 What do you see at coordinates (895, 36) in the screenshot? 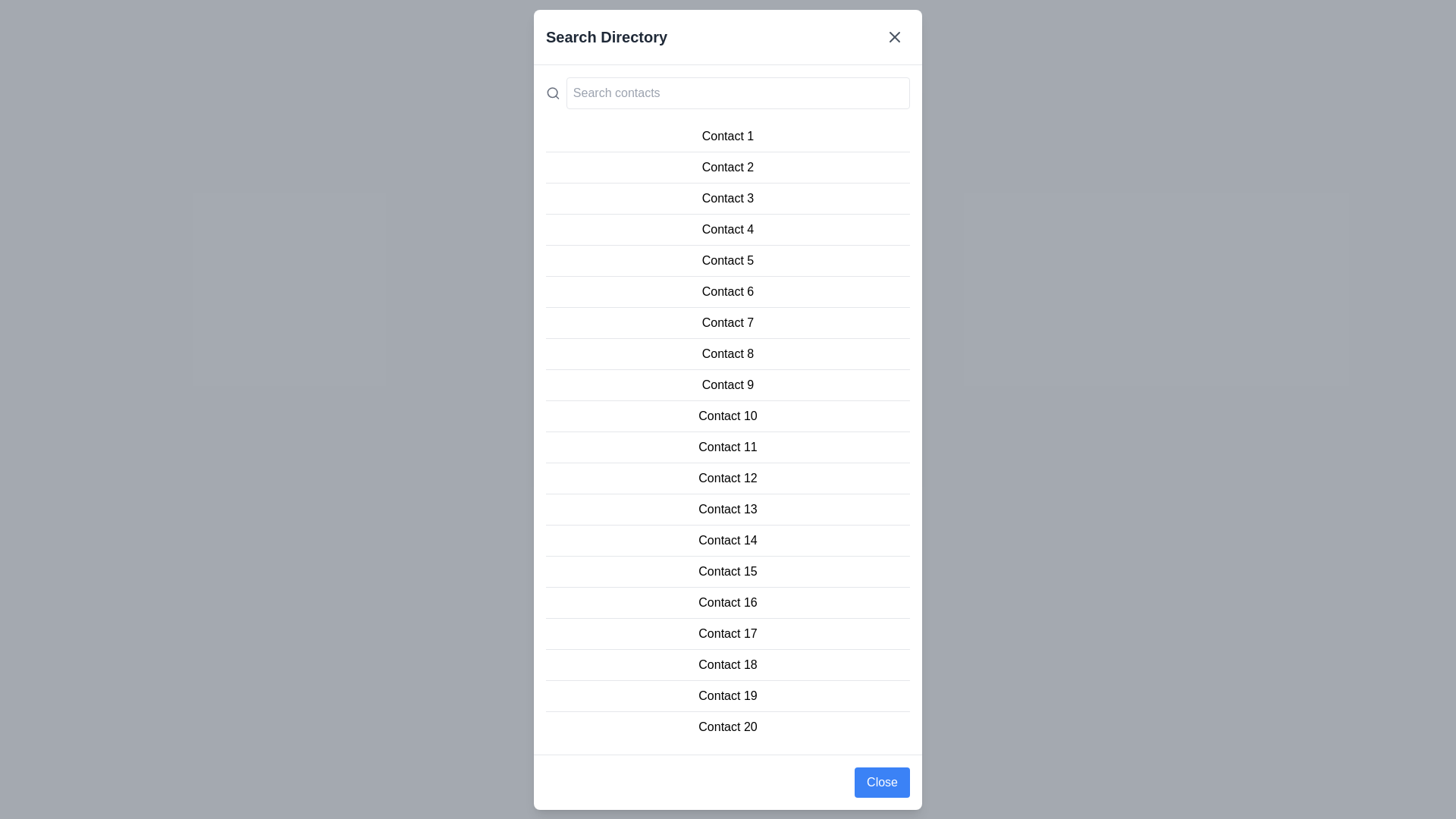
I see `close button in the top right corner of the dialog` at bounding box center [895, 36].